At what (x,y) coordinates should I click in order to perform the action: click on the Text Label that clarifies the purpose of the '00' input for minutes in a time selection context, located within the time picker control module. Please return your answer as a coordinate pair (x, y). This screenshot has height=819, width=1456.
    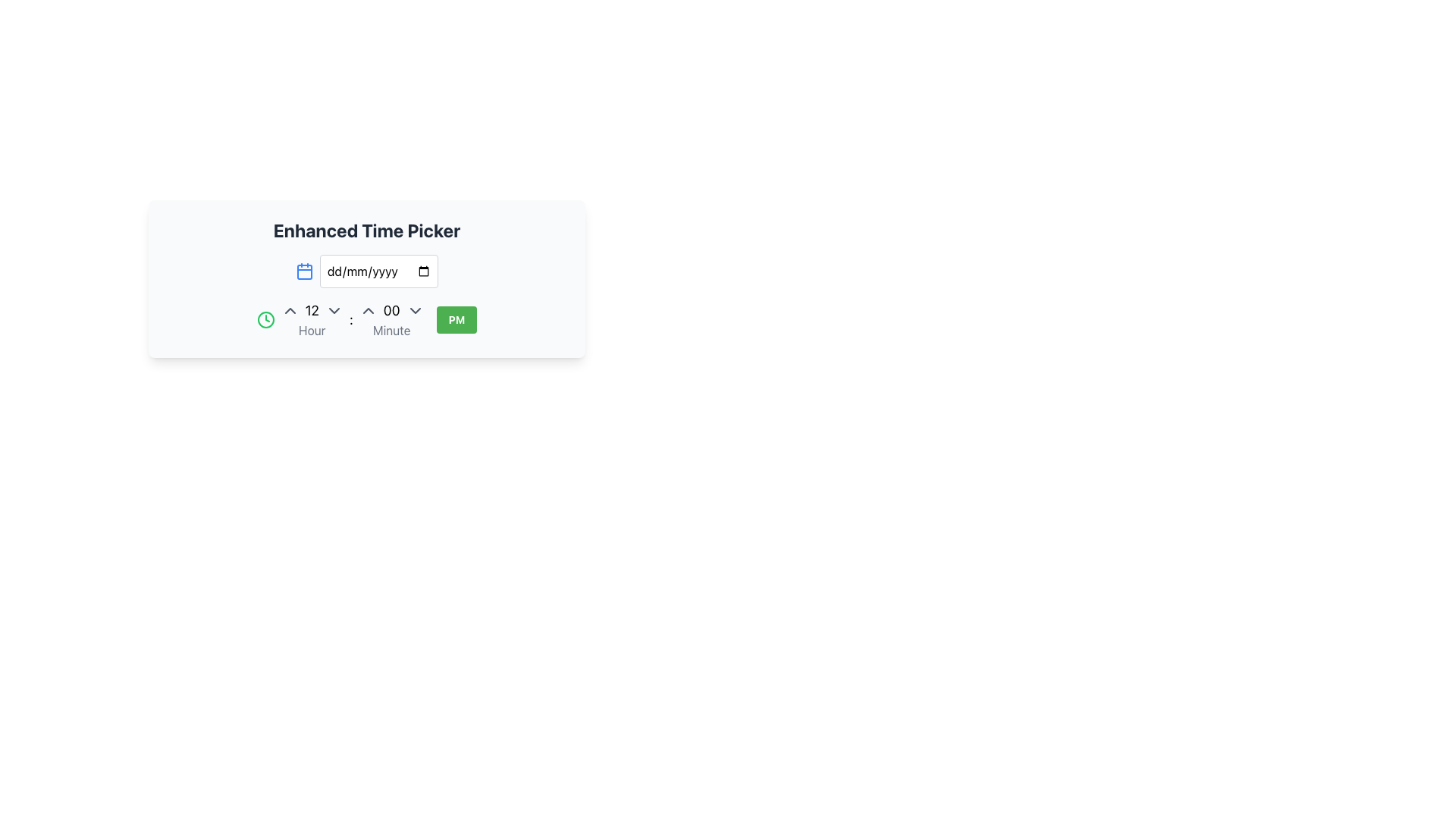
    Looking at the image, I should click on (391, 329).